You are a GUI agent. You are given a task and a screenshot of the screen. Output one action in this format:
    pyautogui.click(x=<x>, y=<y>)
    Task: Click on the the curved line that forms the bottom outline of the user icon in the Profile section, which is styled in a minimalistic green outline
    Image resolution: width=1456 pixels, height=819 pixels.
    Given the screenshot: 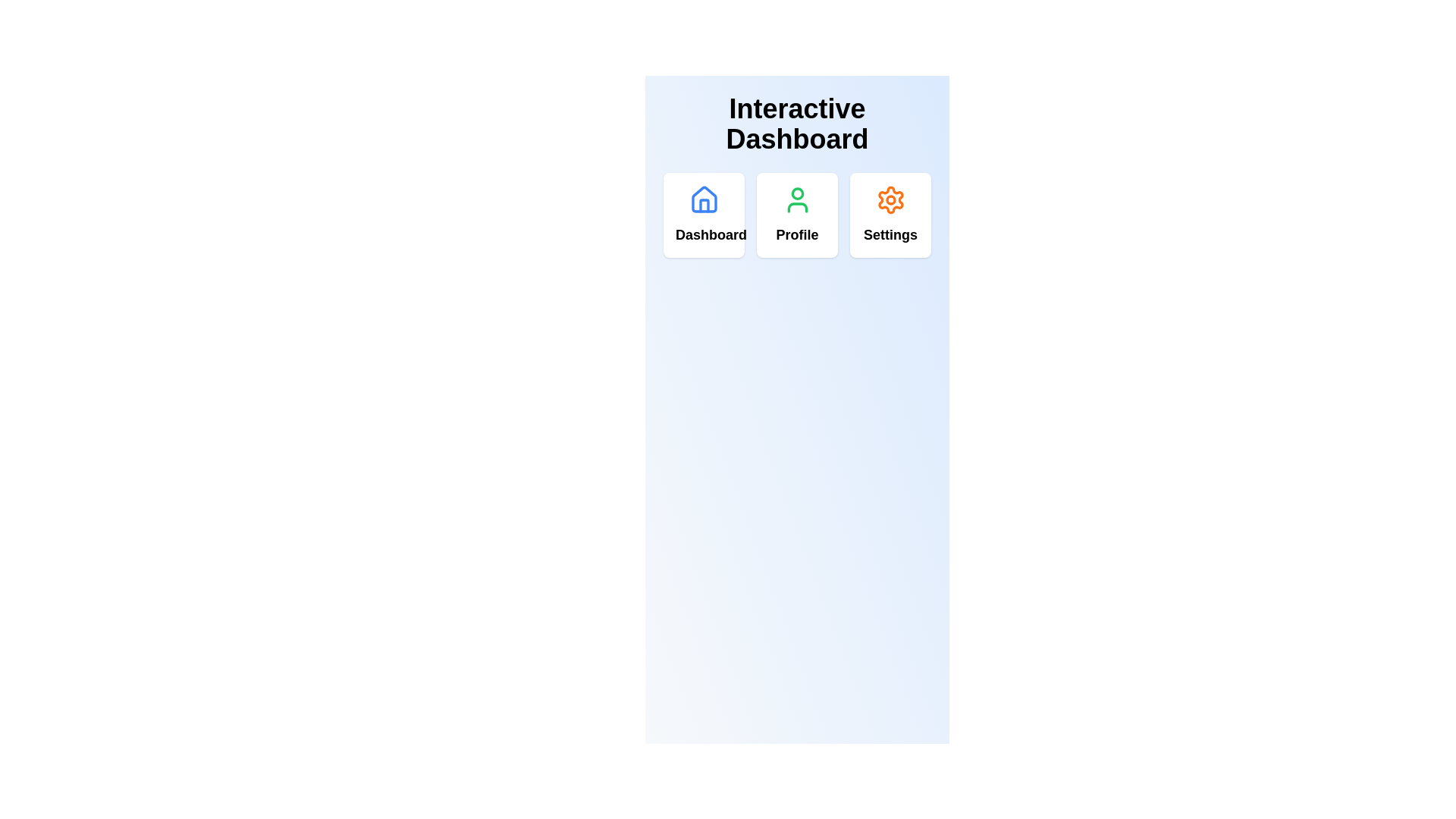 What is the action you would take?
    pyautogui.click(x=796, y=207)
    